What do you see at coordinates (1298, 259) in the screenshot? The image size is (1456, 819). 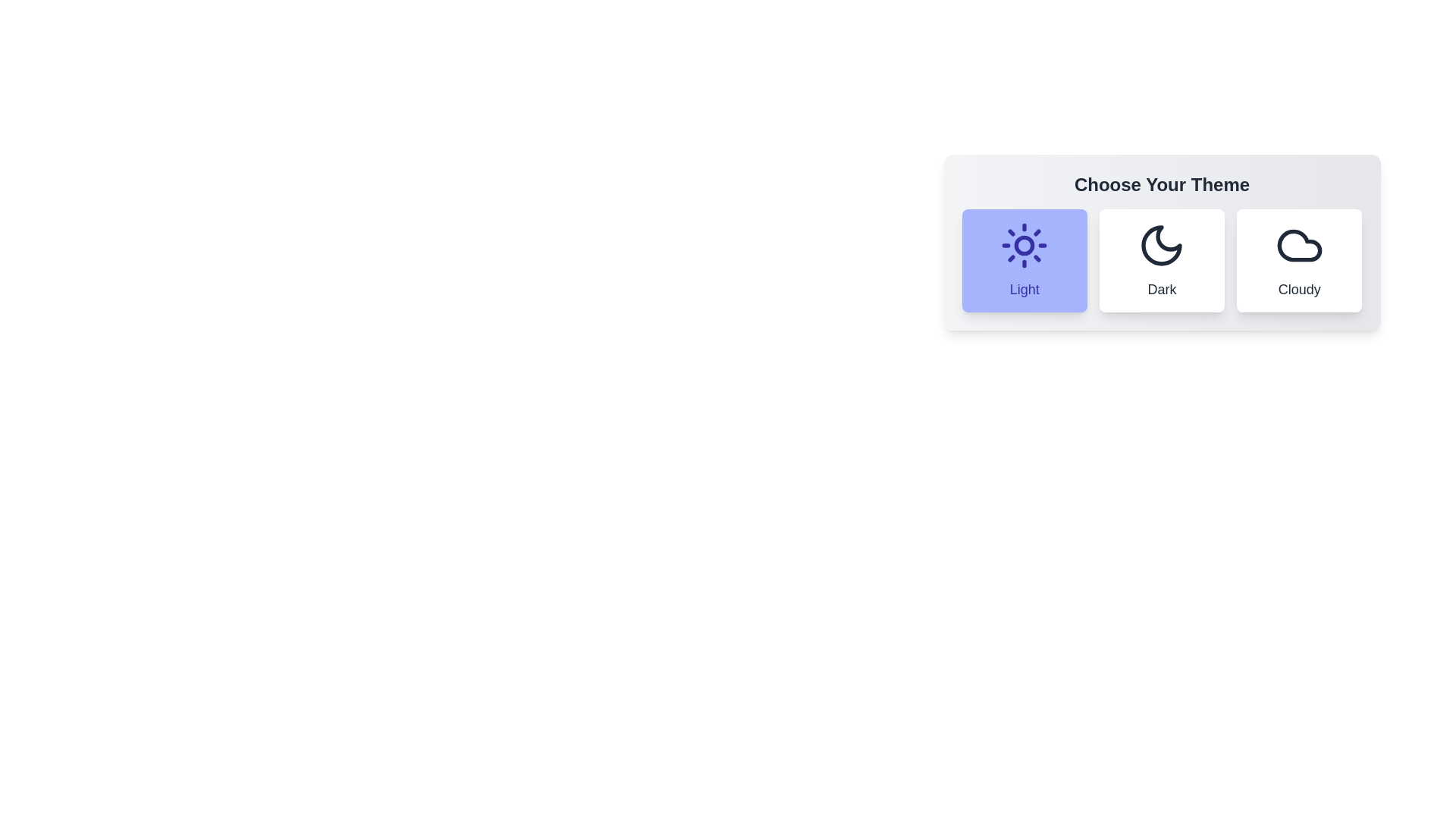 I see `the rectangular selection button labeled 'Cloudy' with a cloud-shaped icon above it, which is the third button under the 'Choose Your Theme' heading` at bounding box center [1298, 259].